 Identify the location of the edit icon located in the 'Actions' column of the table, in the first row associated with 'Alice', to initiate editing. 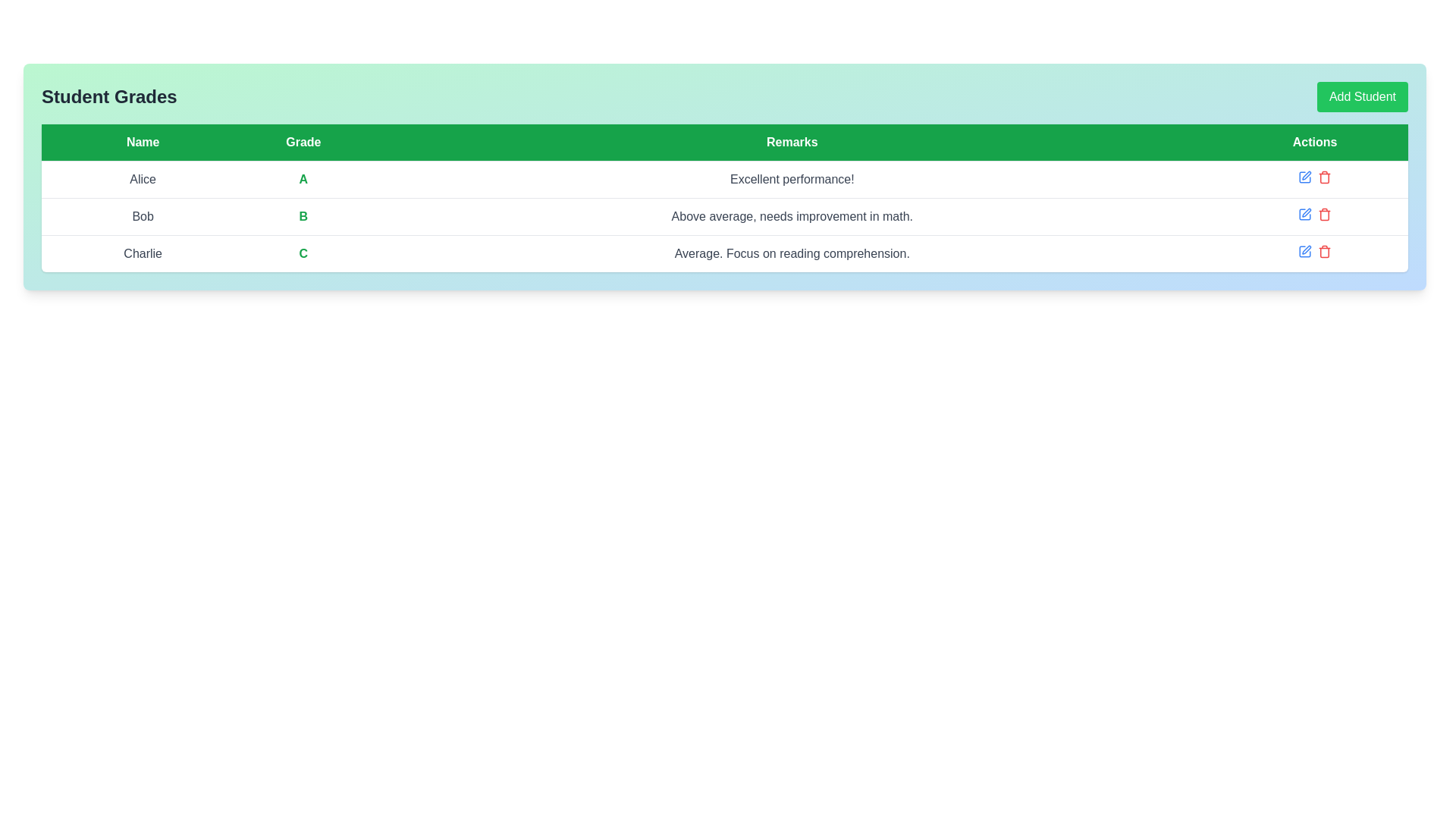
(1306, 174).